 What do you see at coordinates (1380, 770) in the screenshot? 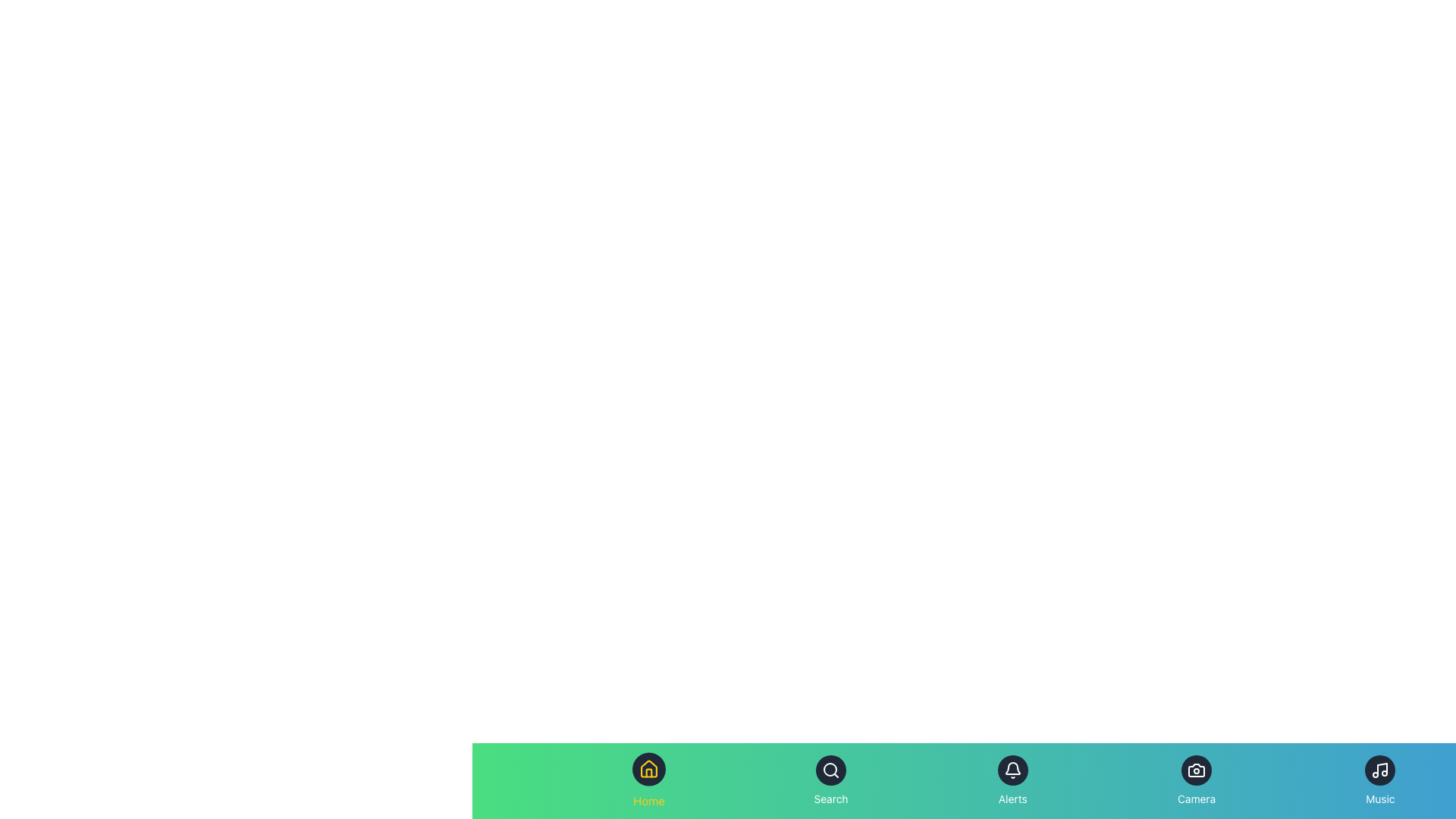
I see `the circular dark gray Icon Button with a white music note icon located at the bottom right corner of the interface under the 'Music' label` at bounding box center [1380, 770].